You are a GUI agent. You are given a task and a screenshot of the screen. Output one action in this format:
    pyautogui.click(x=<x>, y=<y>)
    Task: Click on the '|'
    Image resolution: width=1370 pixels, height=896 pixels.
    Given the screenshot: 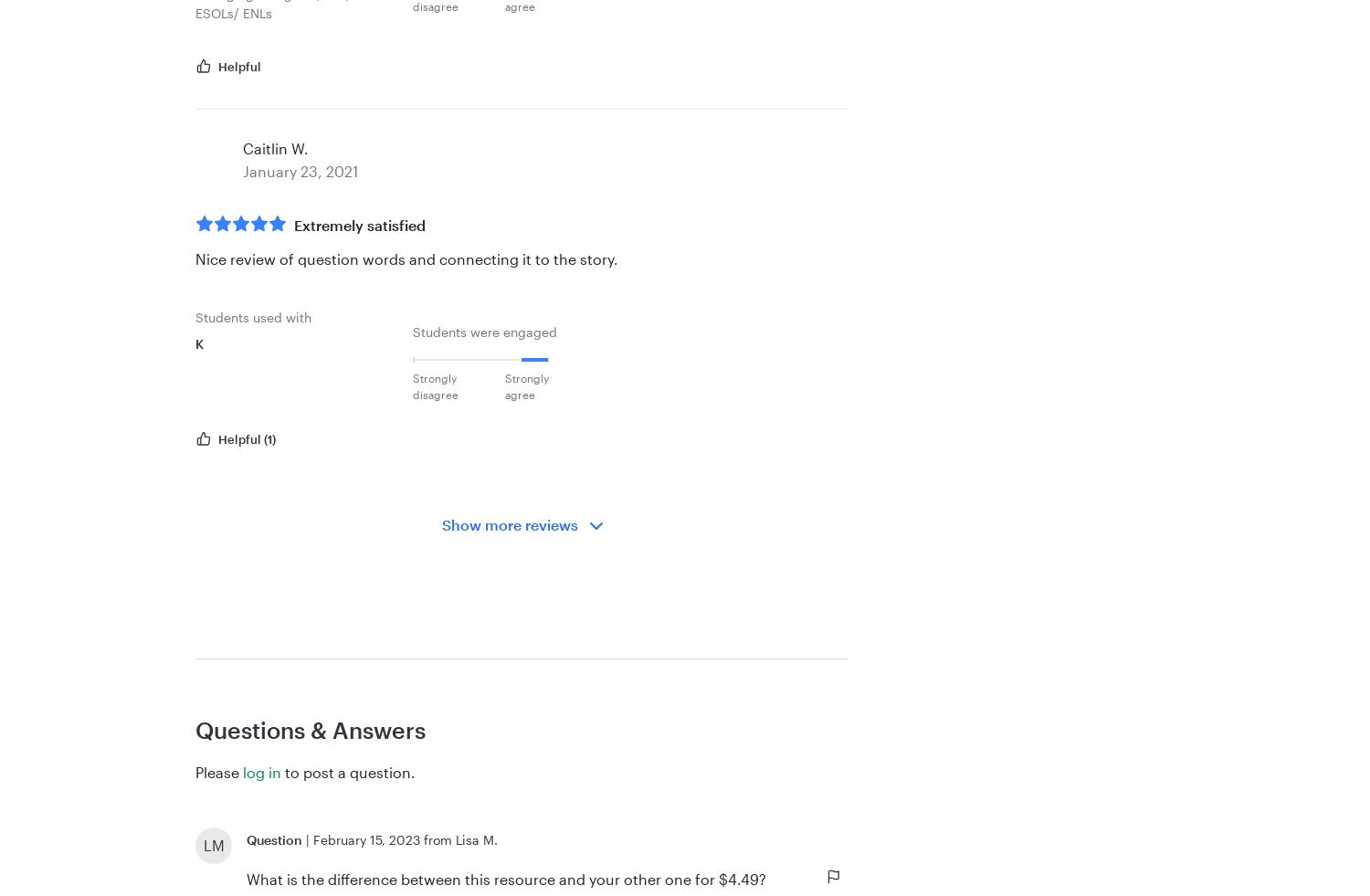 What is the action you would take?
    pyautogui.click(x=307, y=839)
    